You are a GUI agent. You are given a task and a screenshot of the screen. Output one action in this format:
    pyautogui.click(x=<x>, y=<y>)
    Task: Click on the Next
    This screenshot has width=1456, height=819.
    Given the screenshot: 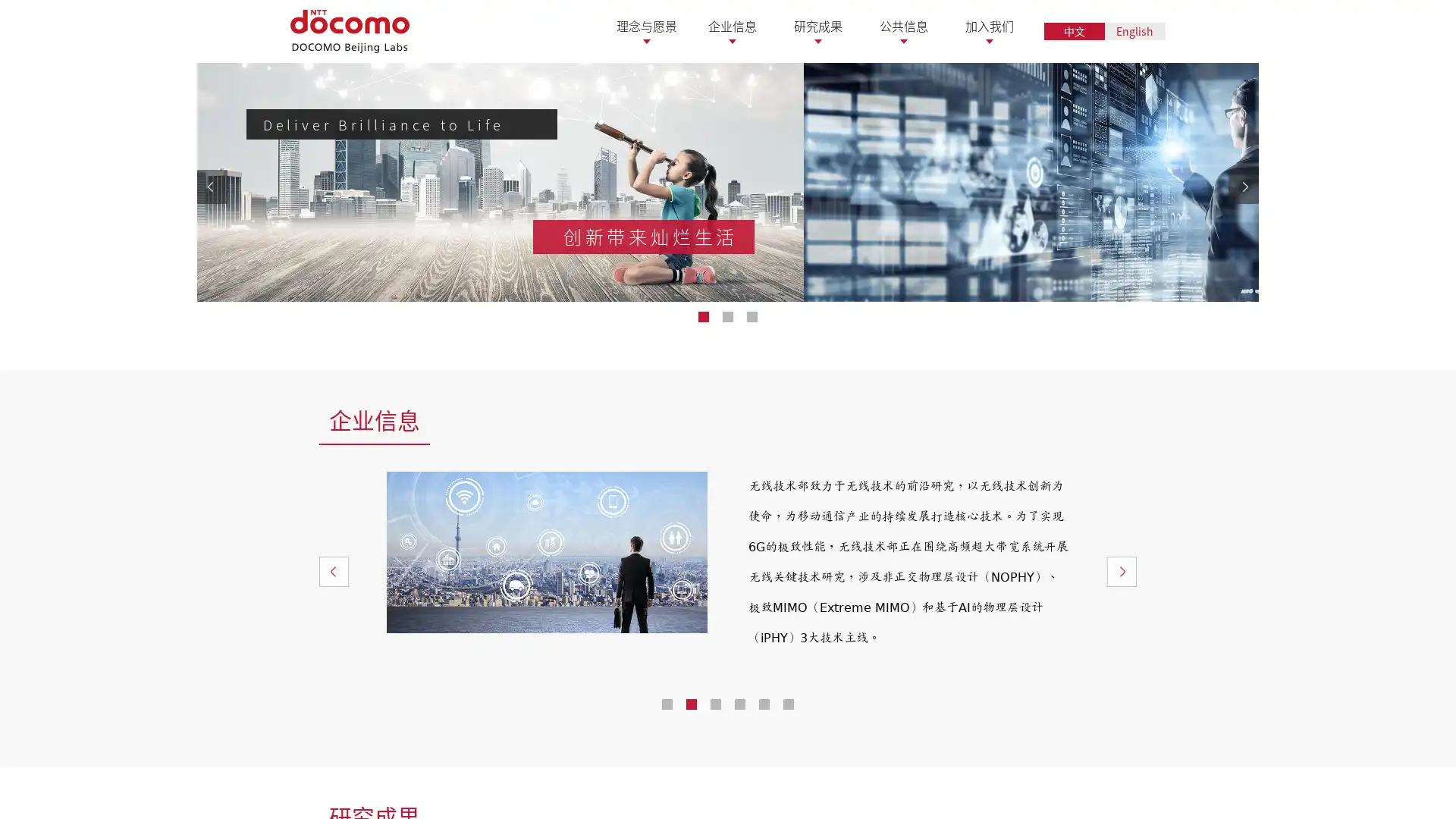 What is the action you would take?
    pyautogui.click(x=1244, y=277)
    